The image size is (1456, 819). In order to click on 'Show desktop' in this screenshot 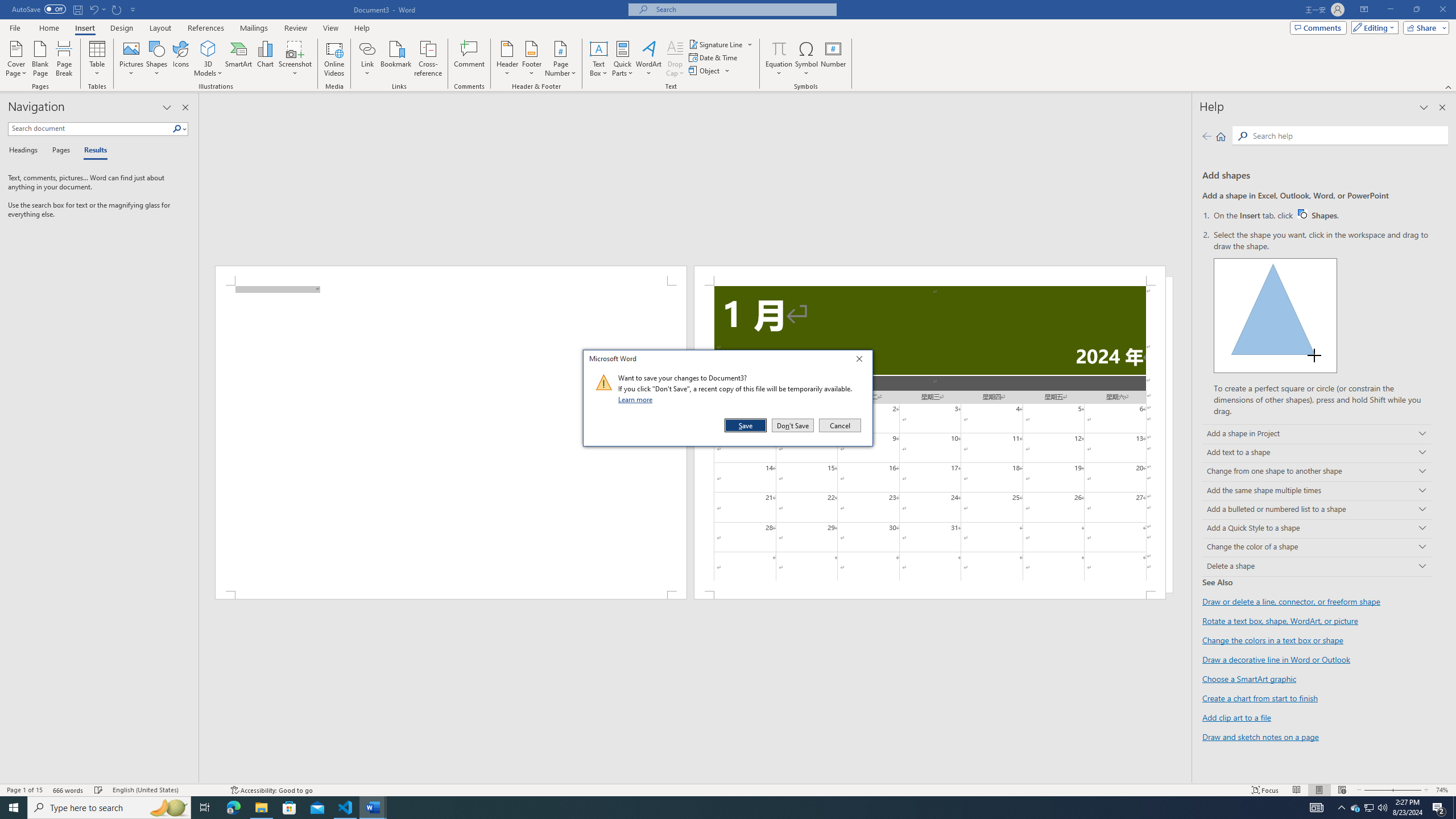, I will do `click(1454, 806)`.